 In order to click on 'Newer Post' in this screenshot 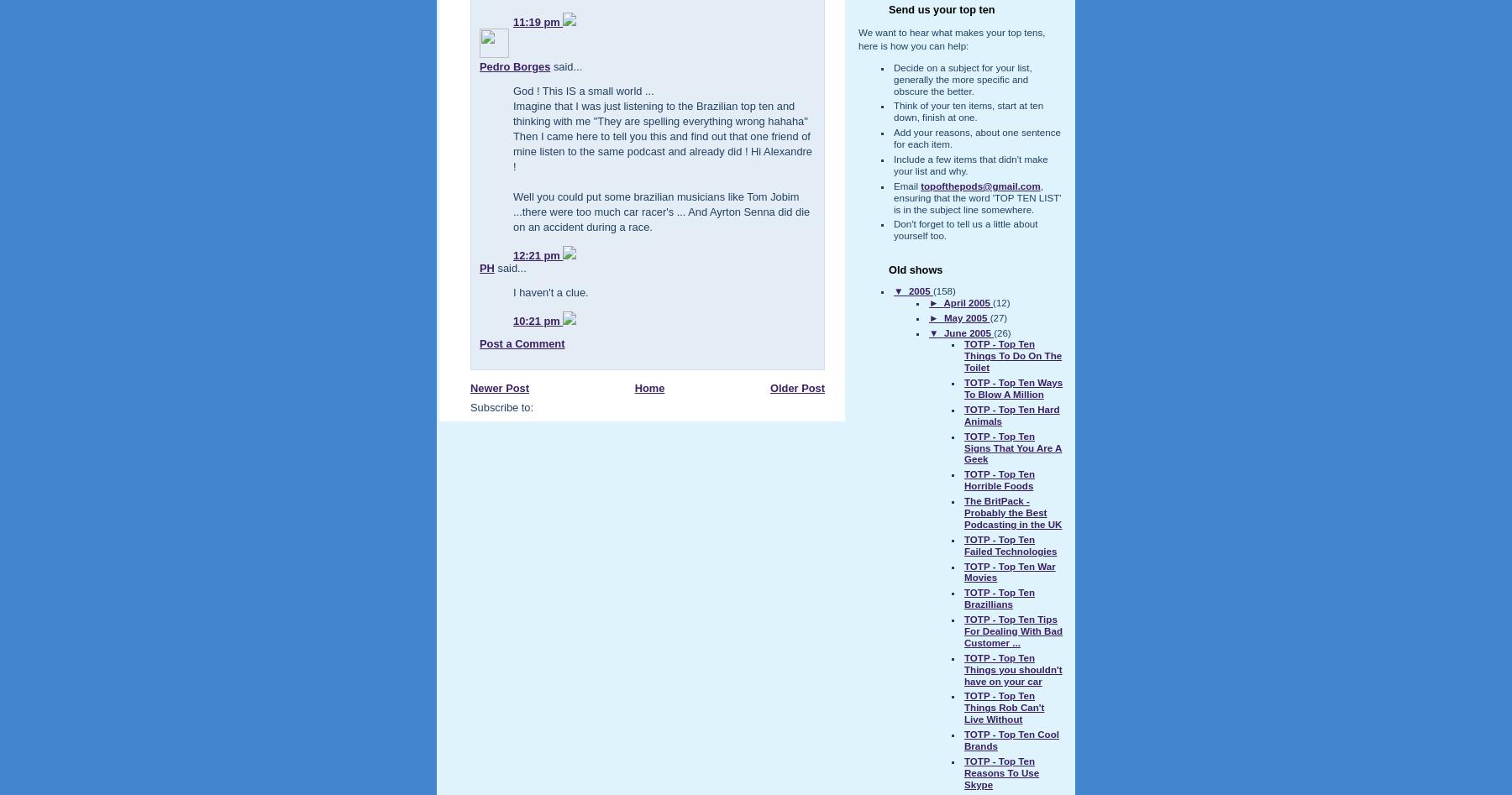, I will do `click(500, 388)`.